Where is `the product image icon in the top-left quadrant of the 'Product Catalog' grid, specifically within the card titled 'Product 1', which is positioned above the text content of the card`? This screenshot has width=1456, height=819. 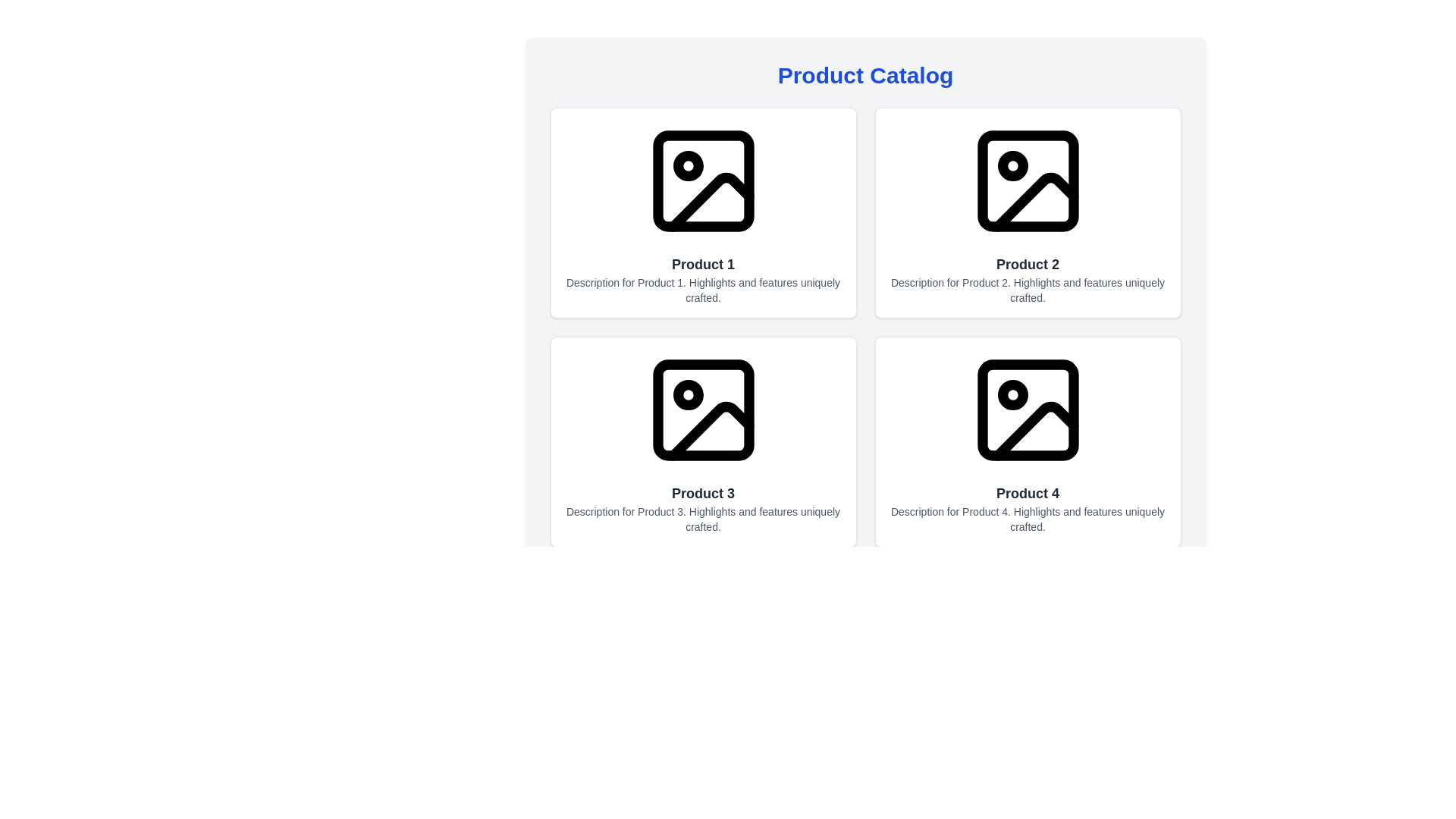
the product image icon in the top-left quadrant of the 'Product Catalog' grid, specifically within the card titled 'Product 1', which is positioned above the text content of the card is located at coordinates (702, 180).